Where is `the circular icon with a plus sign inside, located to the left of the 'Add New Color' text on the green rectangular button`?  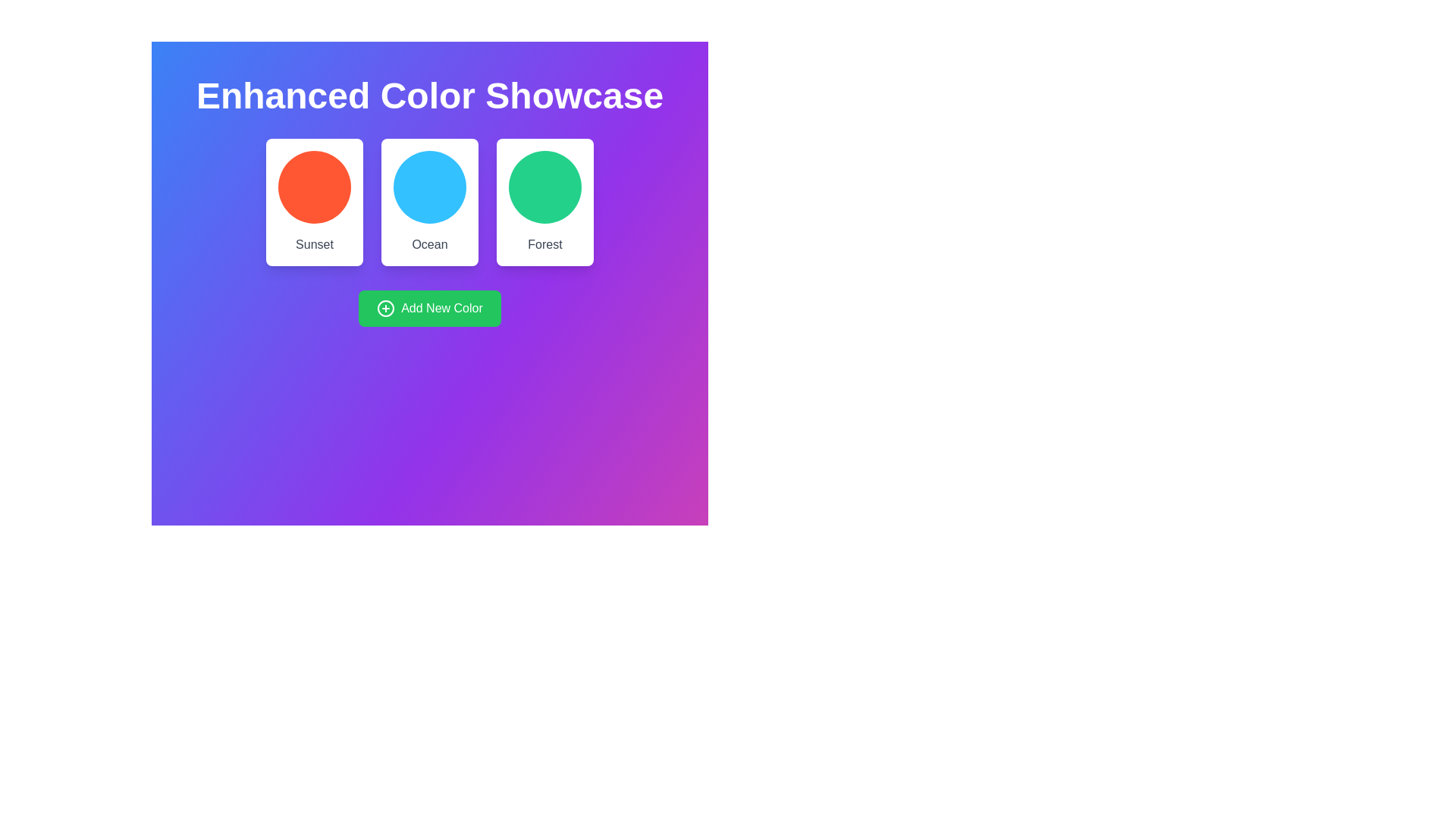
the circular icon with a plus sign inside, located to the left of the 'Add New Color' text on the green rectangular button is located at coordinates (386, 308).